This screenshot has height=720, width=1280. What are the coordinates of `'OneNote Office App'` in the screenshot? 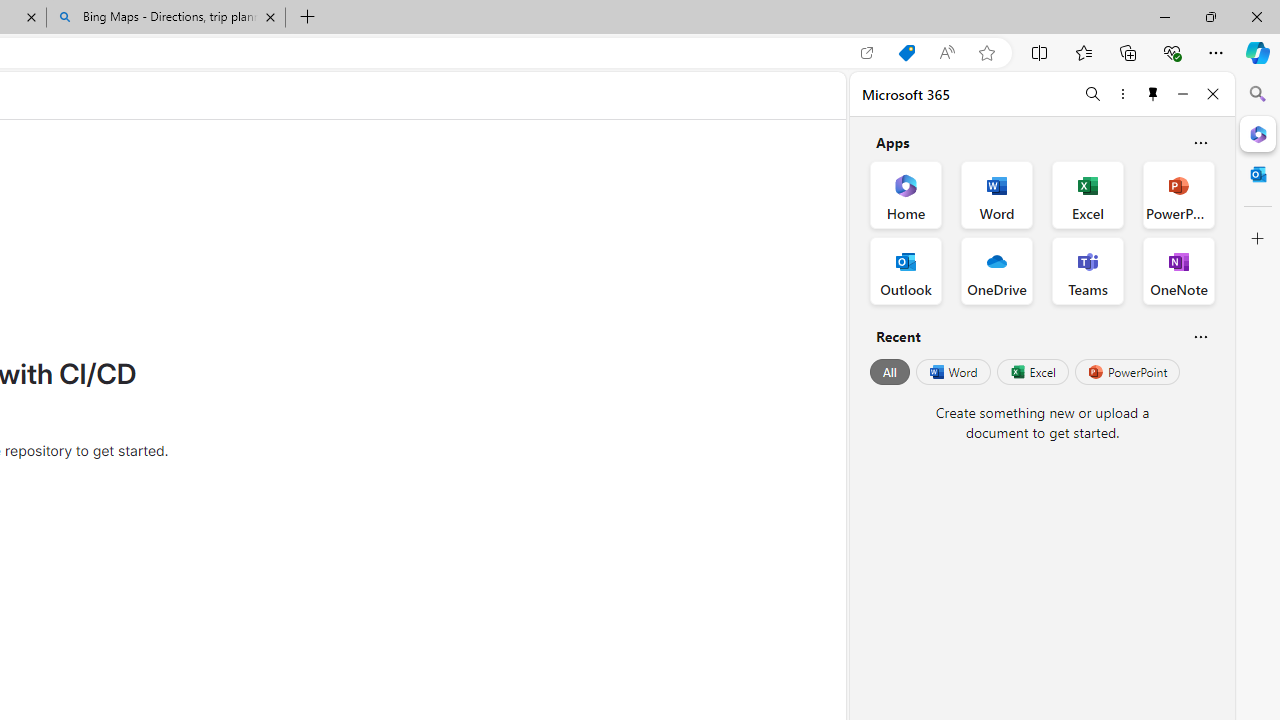 It's located at (1178, 271).